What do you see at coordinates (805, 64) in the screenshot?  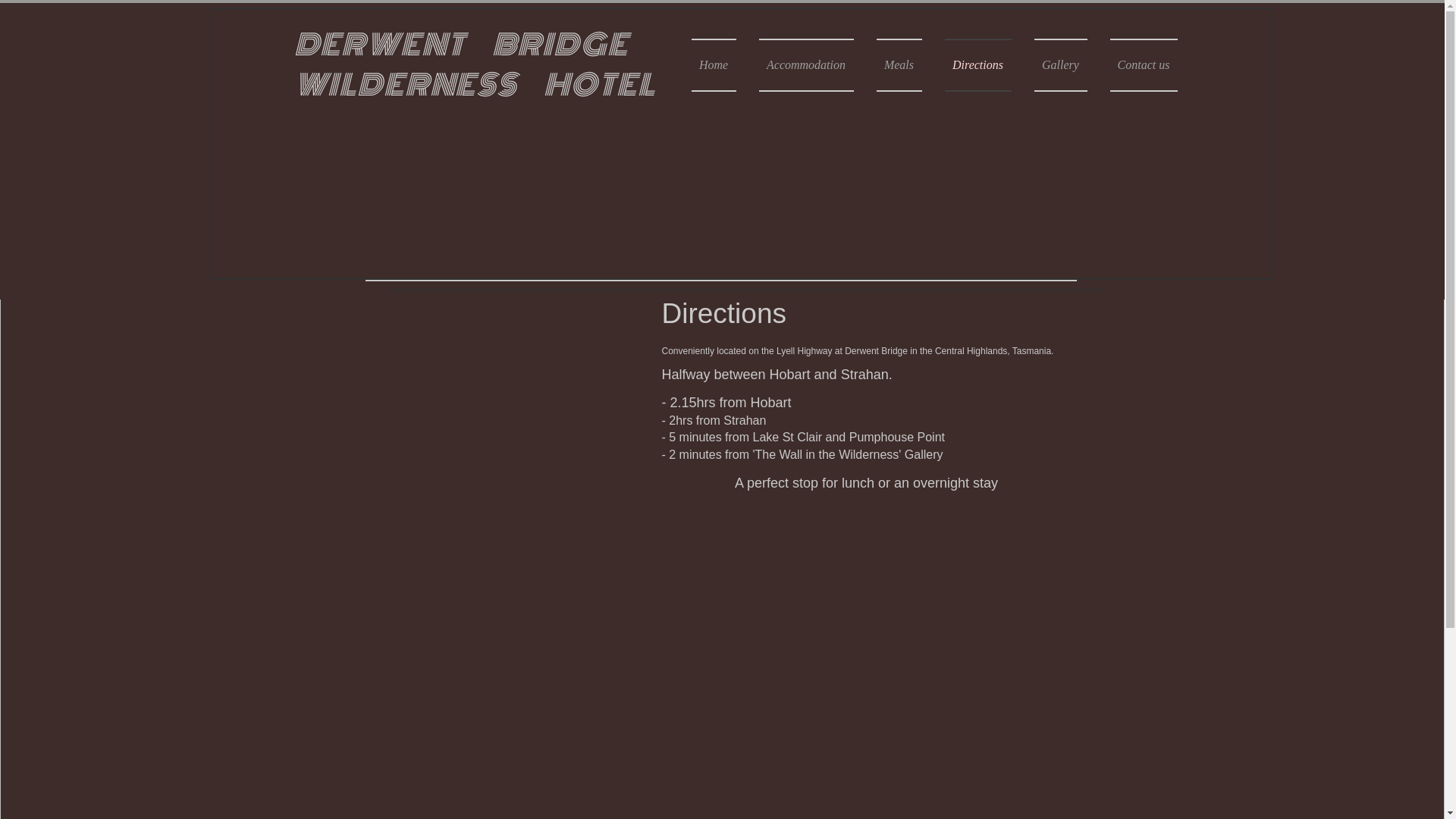 I see `'Accommodation'` at bounding box center [805, 64].